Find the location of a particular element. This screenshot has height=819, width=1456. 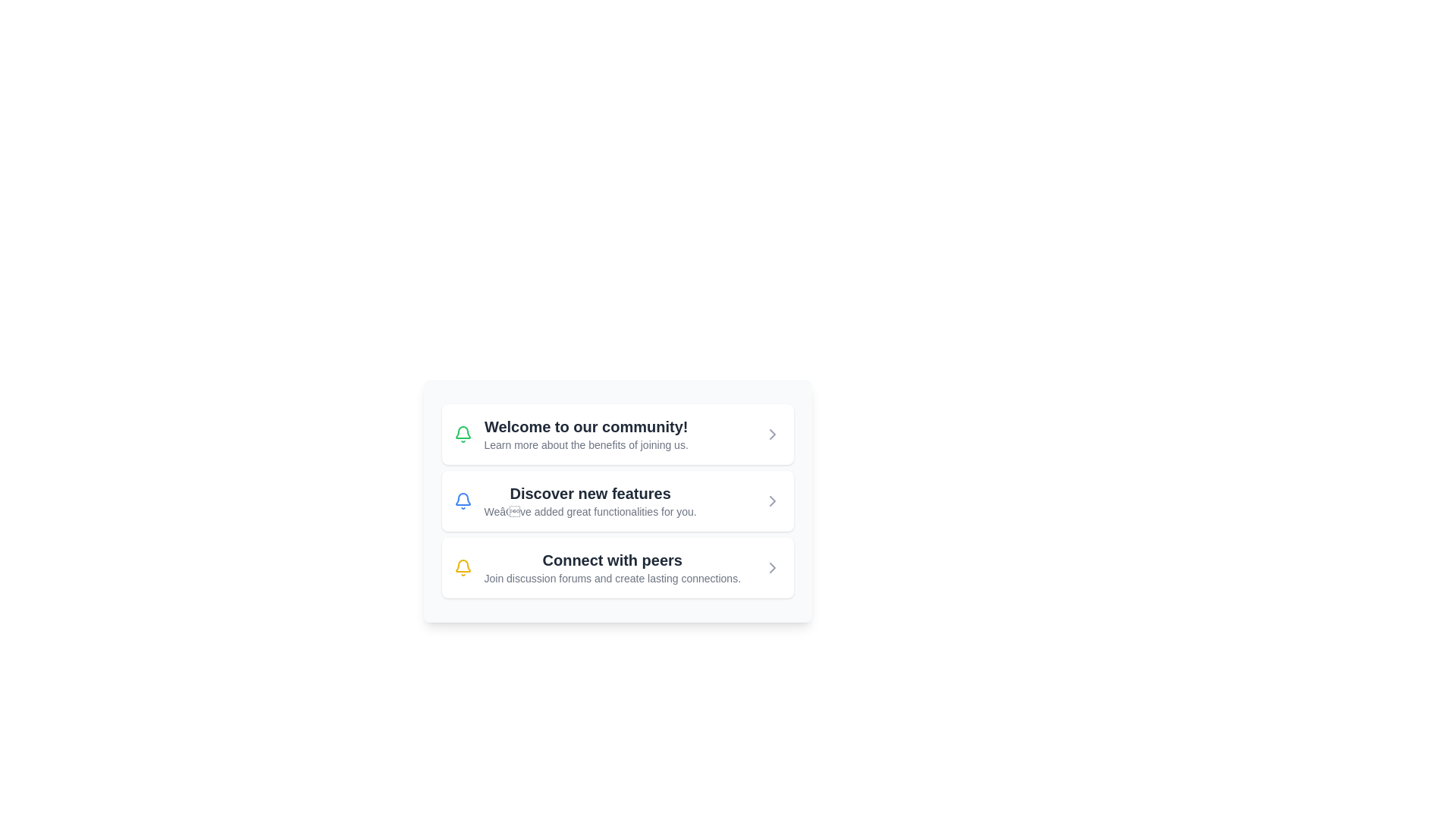

introductory welcome message text element, which is located at the topmost section of a vertically stacked group of items, slightly to the right of an icon is located at coordinates (585, 427).